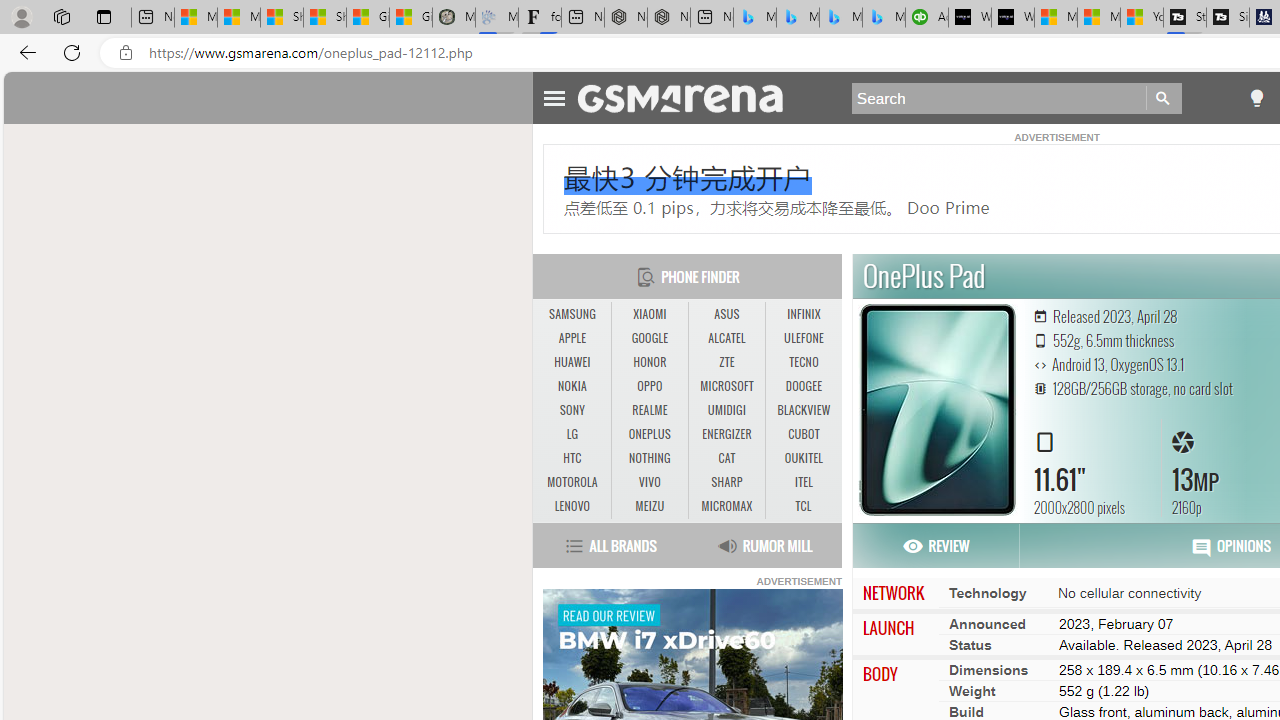  I want to click on 'OnePlus Pad MORE PICTURES', so click(936, 408).